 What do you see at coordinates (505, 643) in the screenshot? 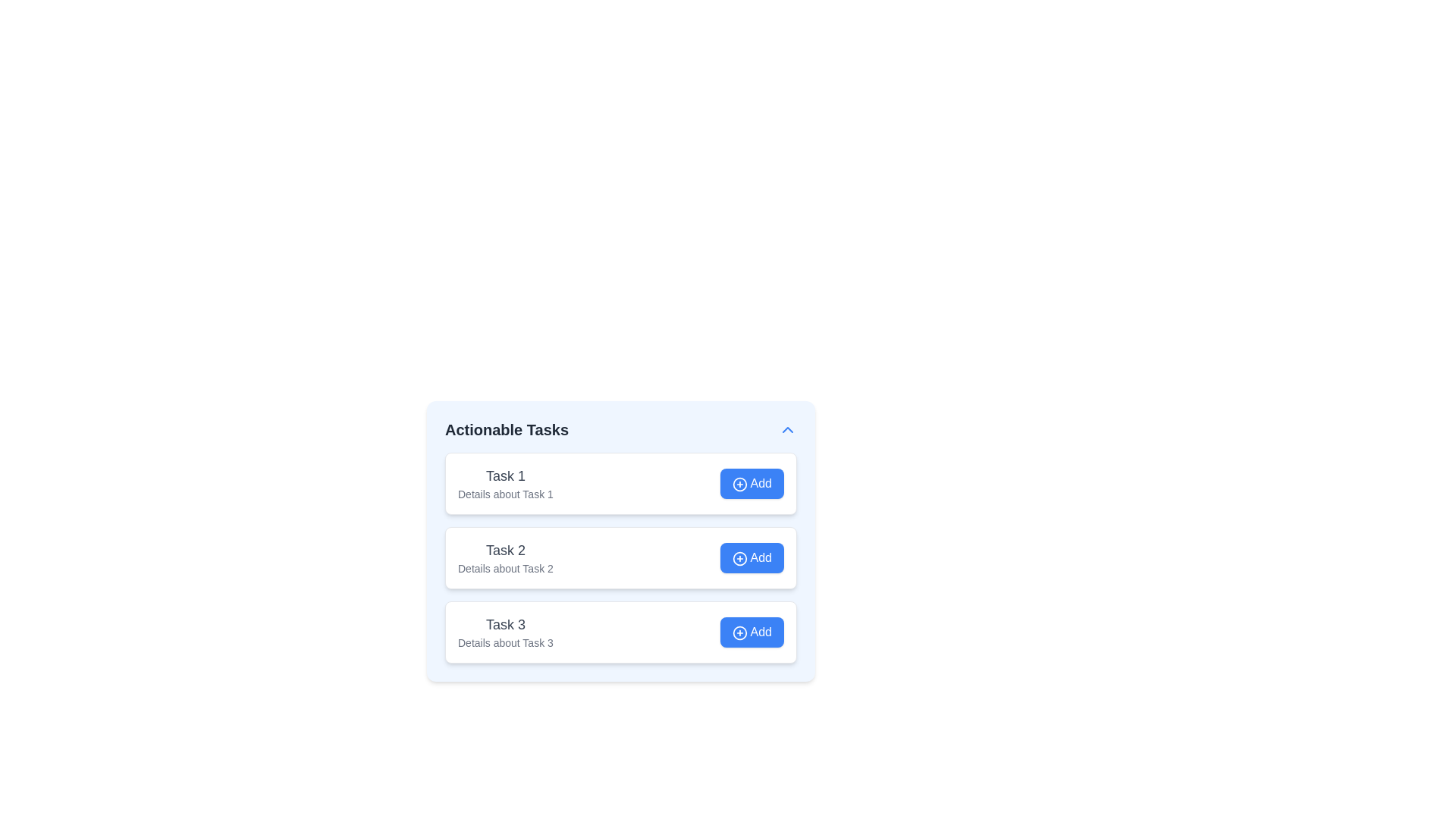
I see `the Text label that provides additional description about 'Task 3', located beneath the title text in the 'Actionable Tasks' panel` at bounding box center [505, 643].